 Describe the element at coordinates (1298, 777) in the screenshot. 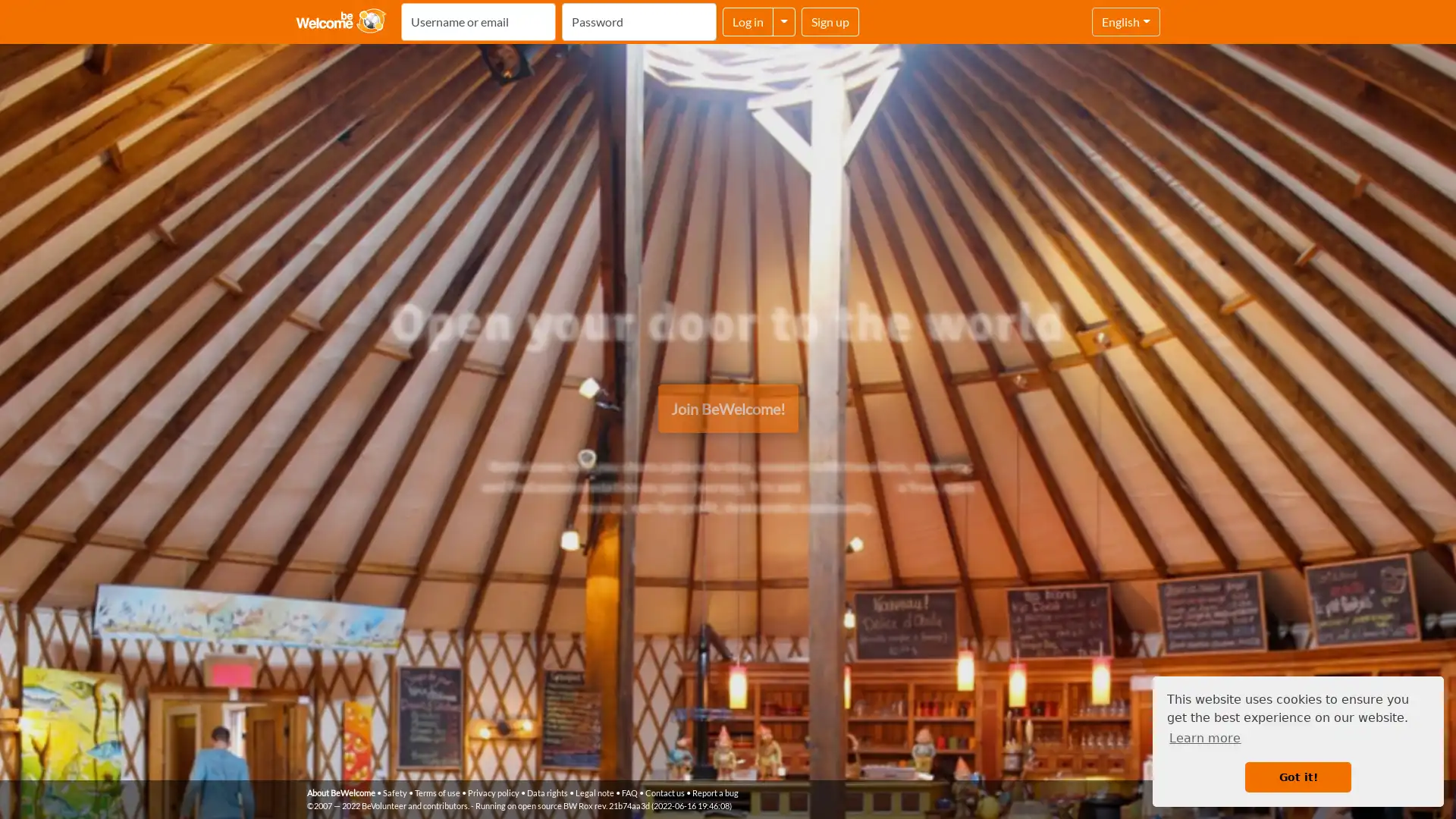

I see `dismiss cookie message` at that location.